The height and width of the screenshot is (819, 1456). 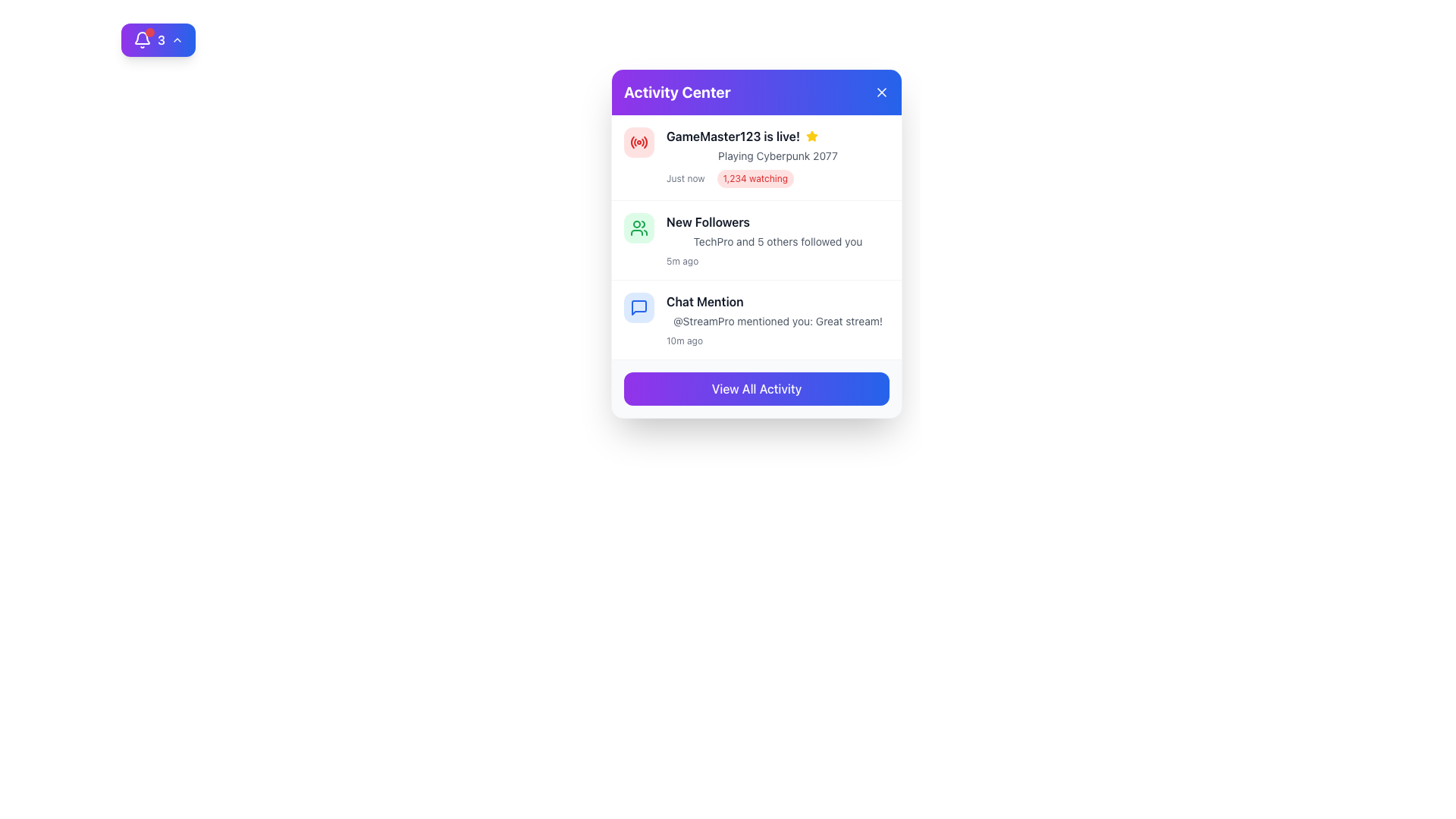 What do you see at coordinates (639, 307) in the screenshot?
I see `the speech bubble icon with a blue outline and light blue background, located to the left of the text block in the 'Chat Mention' notification row` at bounding box center [639, 307].